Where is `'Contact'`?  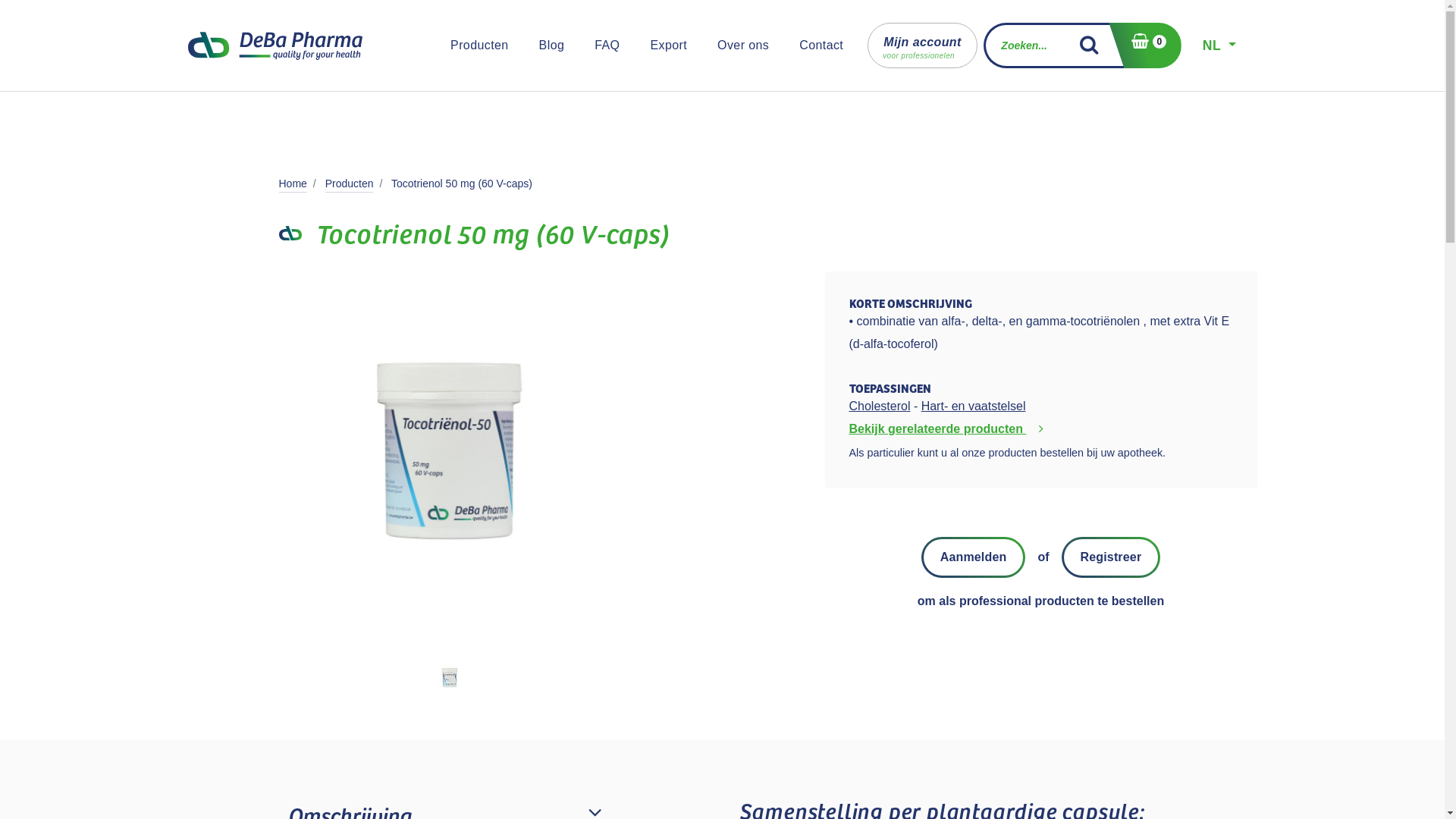
'Contact' is located at coordinates (821, 45).